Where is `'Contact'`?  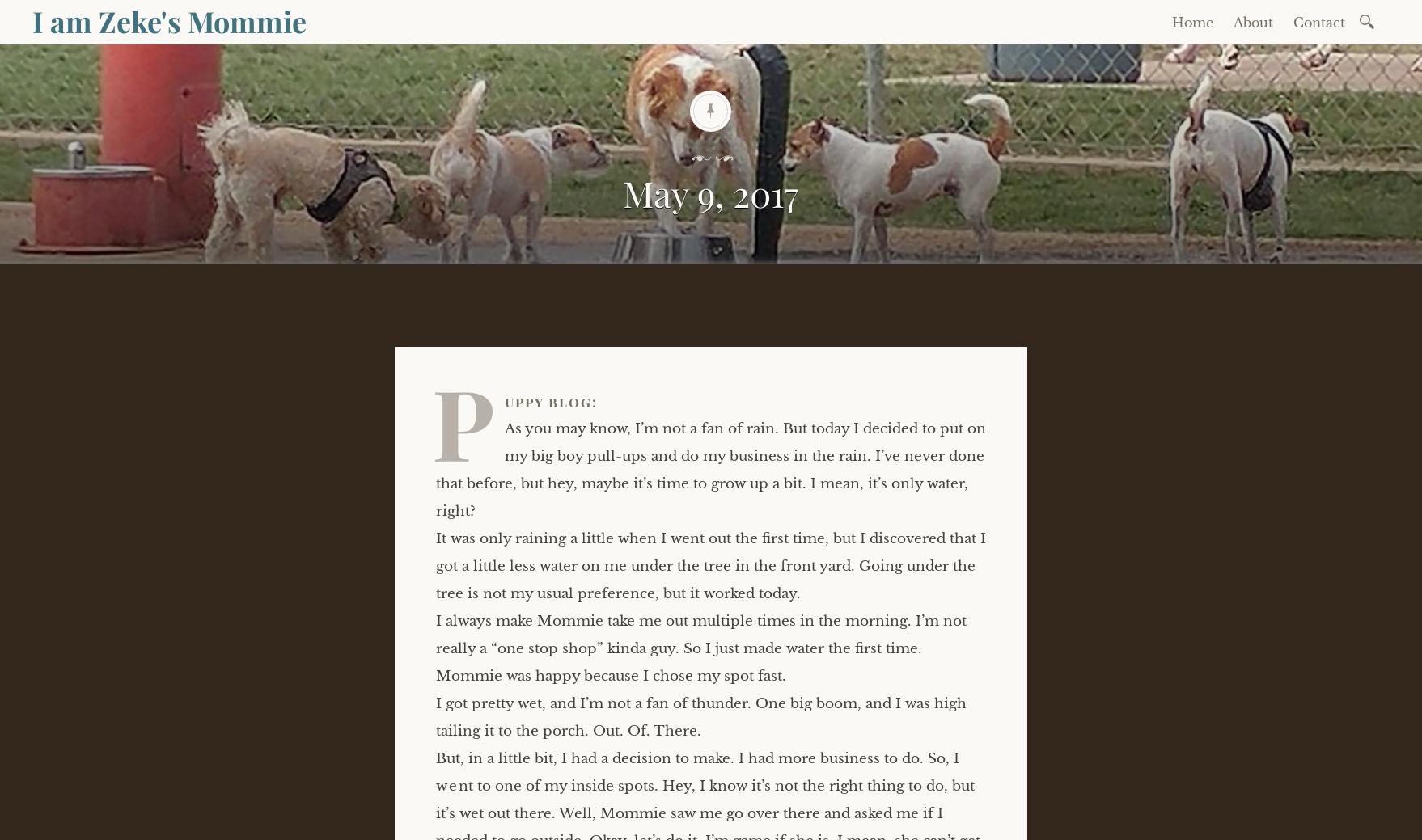
'Contact' is located at coordinates (1318, 21).